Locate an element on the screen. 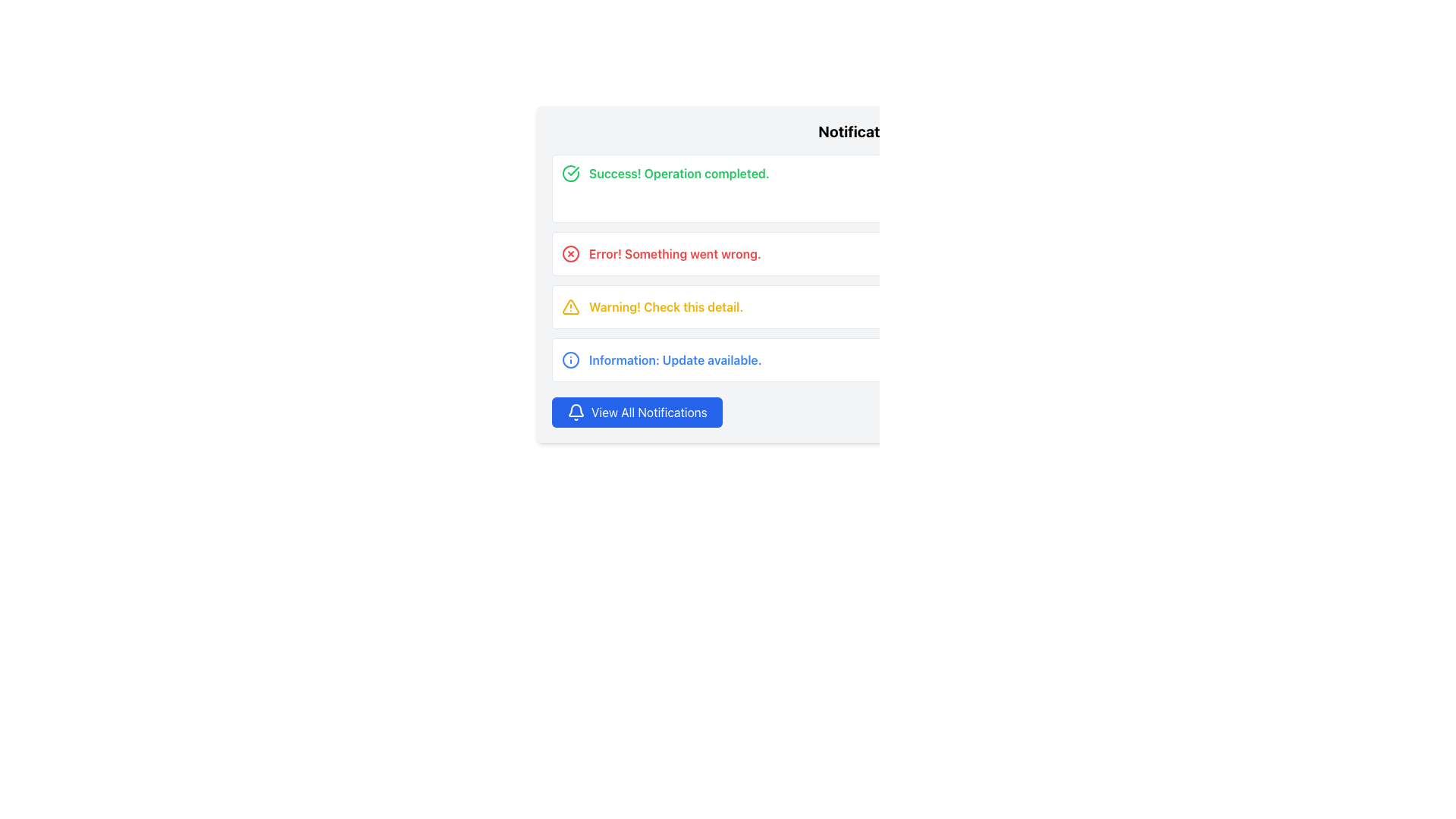 The height and width of the screenshot is (819, 1456). the notification box displaying the warning message 'Warning! Check this detail.' is located at coordinates (901, 307).